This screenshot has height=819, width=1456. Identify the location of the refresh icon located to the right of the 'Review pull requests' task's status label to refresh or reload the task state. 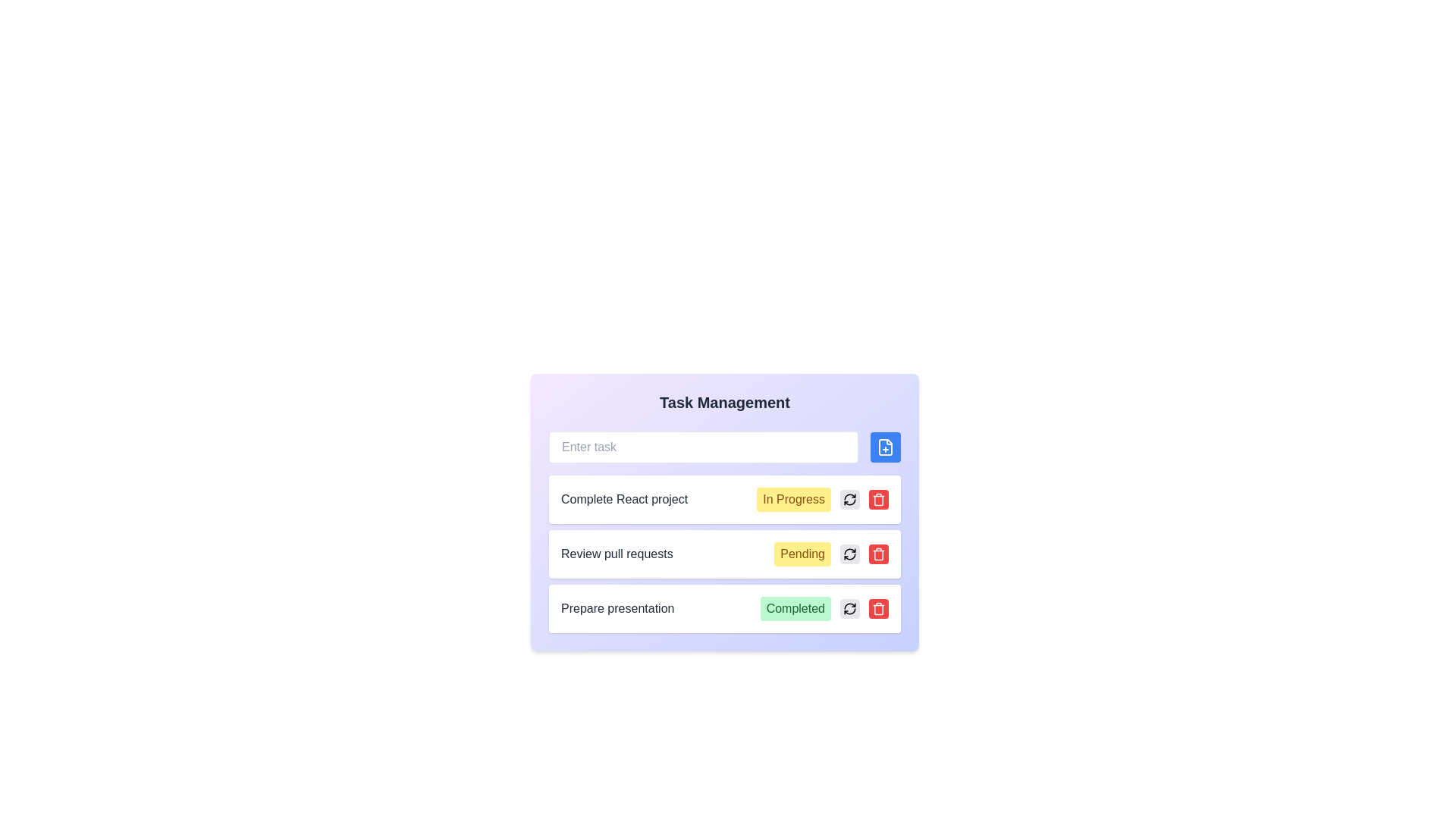
(850, 554).